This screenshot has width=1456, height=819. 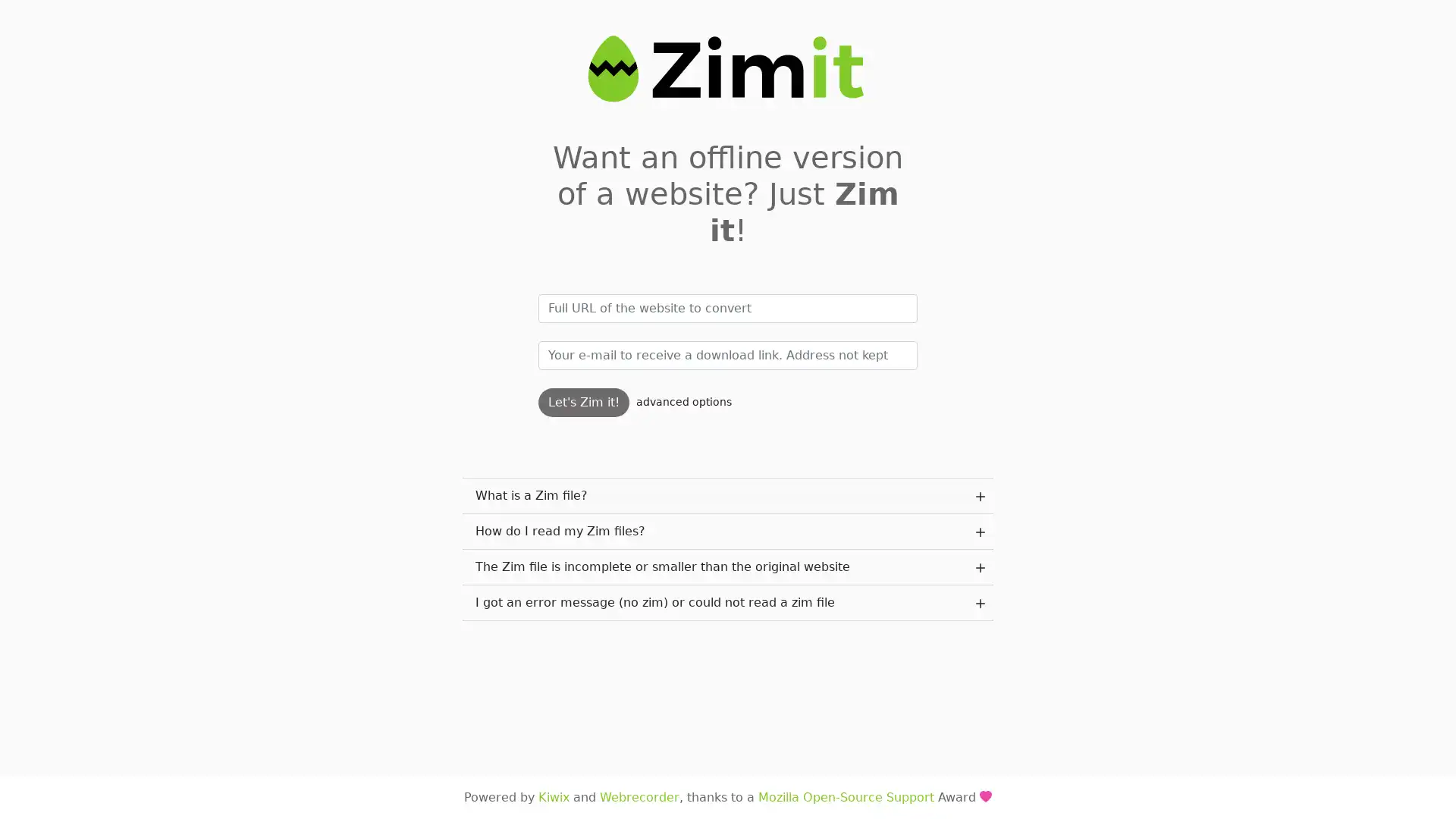 What do you see at coordinates (683, 401) in the screenshot?
I see `advanced options` at bounding box center [683, 401].